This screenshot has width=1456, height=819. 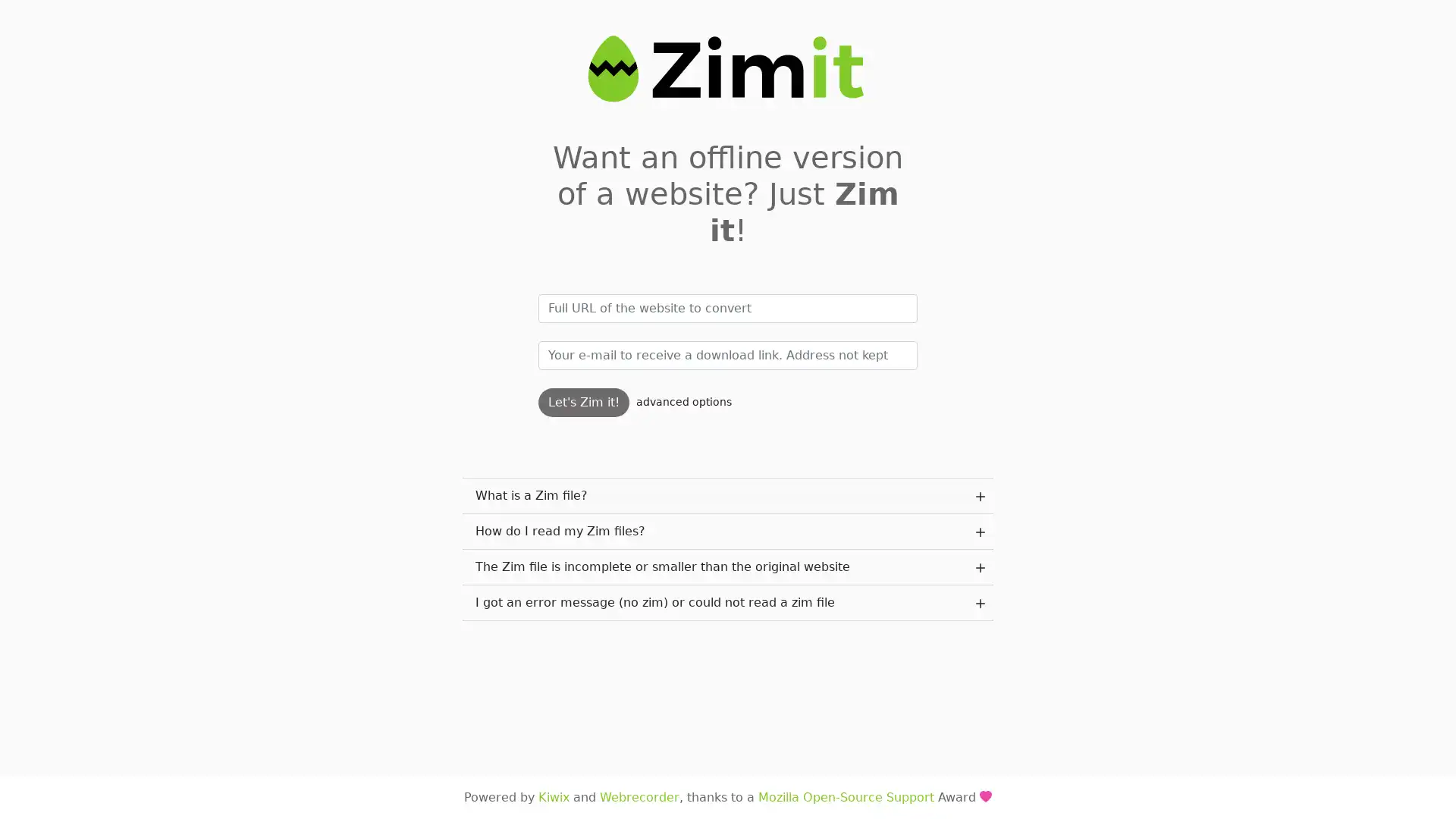 What do you see at coordinates (683, 401) in the screenshot?
I see `advanced options` at bounding box center [683, 401].